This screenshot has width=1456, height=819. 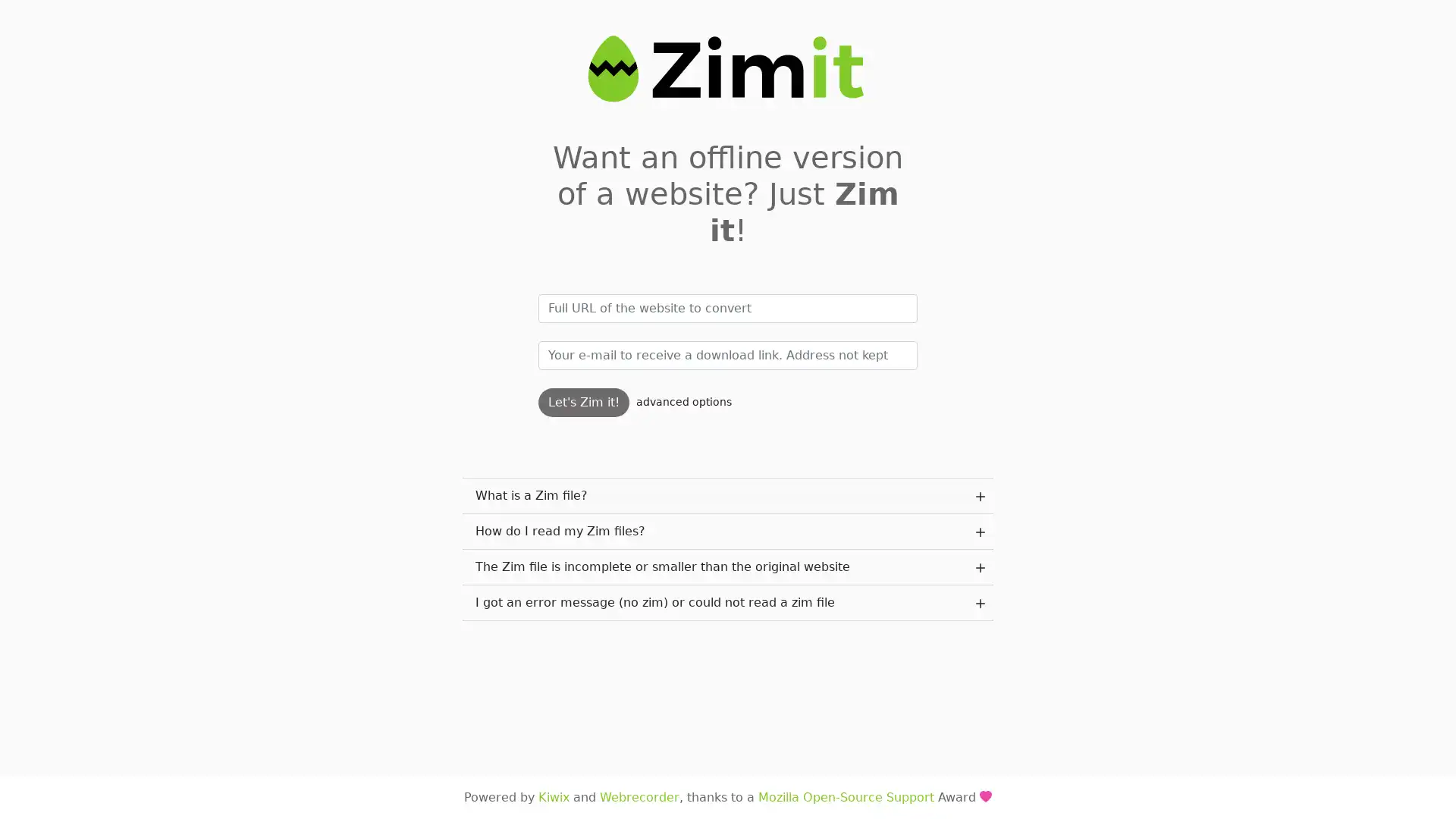 What do you see at coordinates (683, 401) in the screenshot?
I see `advanced options` at bounding box center [683, 401].